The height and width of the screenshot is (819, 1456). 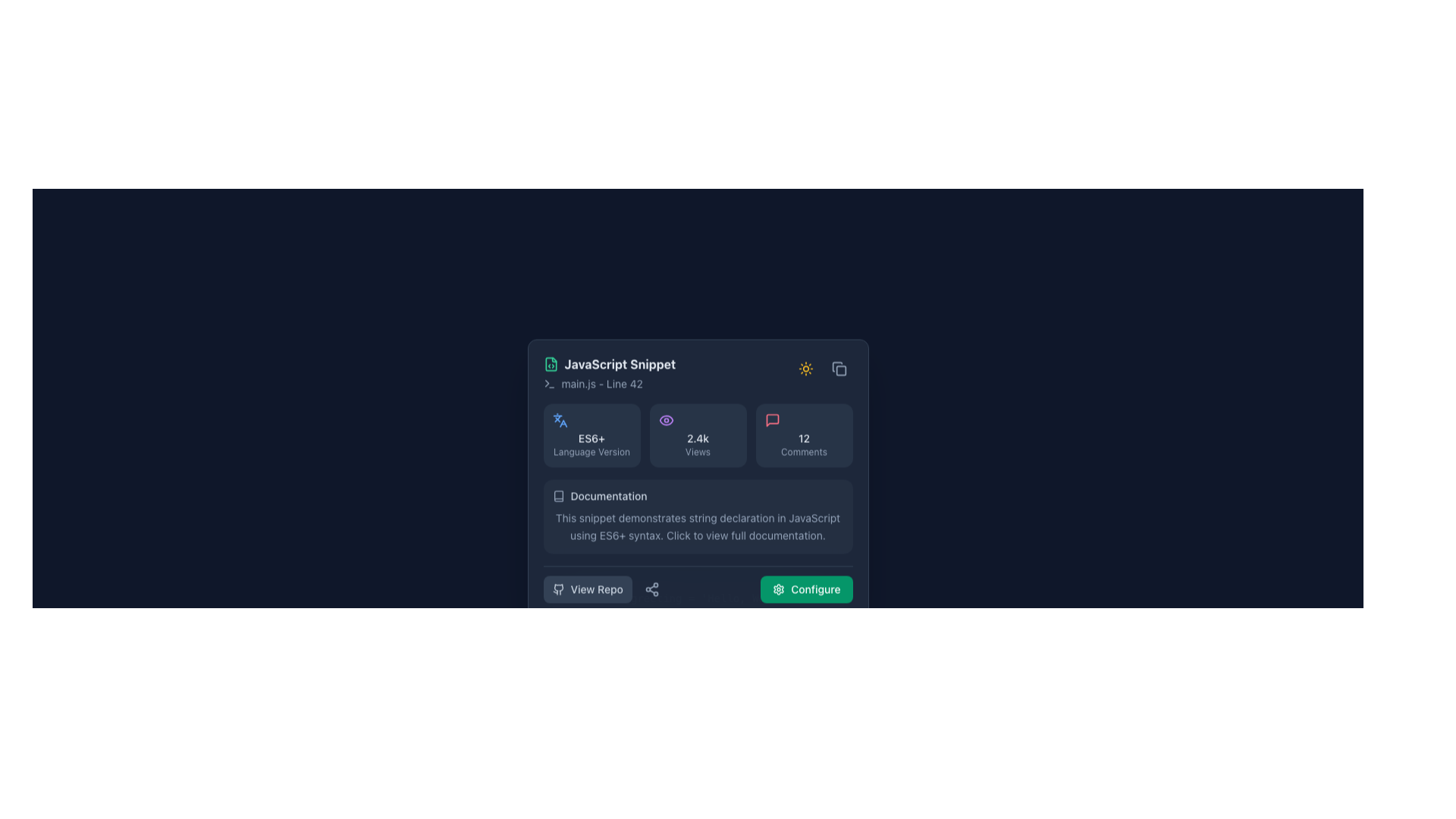 I want to click on text label indicating the configuration action located inside the green button at the bottom-right of the card-like component, so click(x=814, y=588).